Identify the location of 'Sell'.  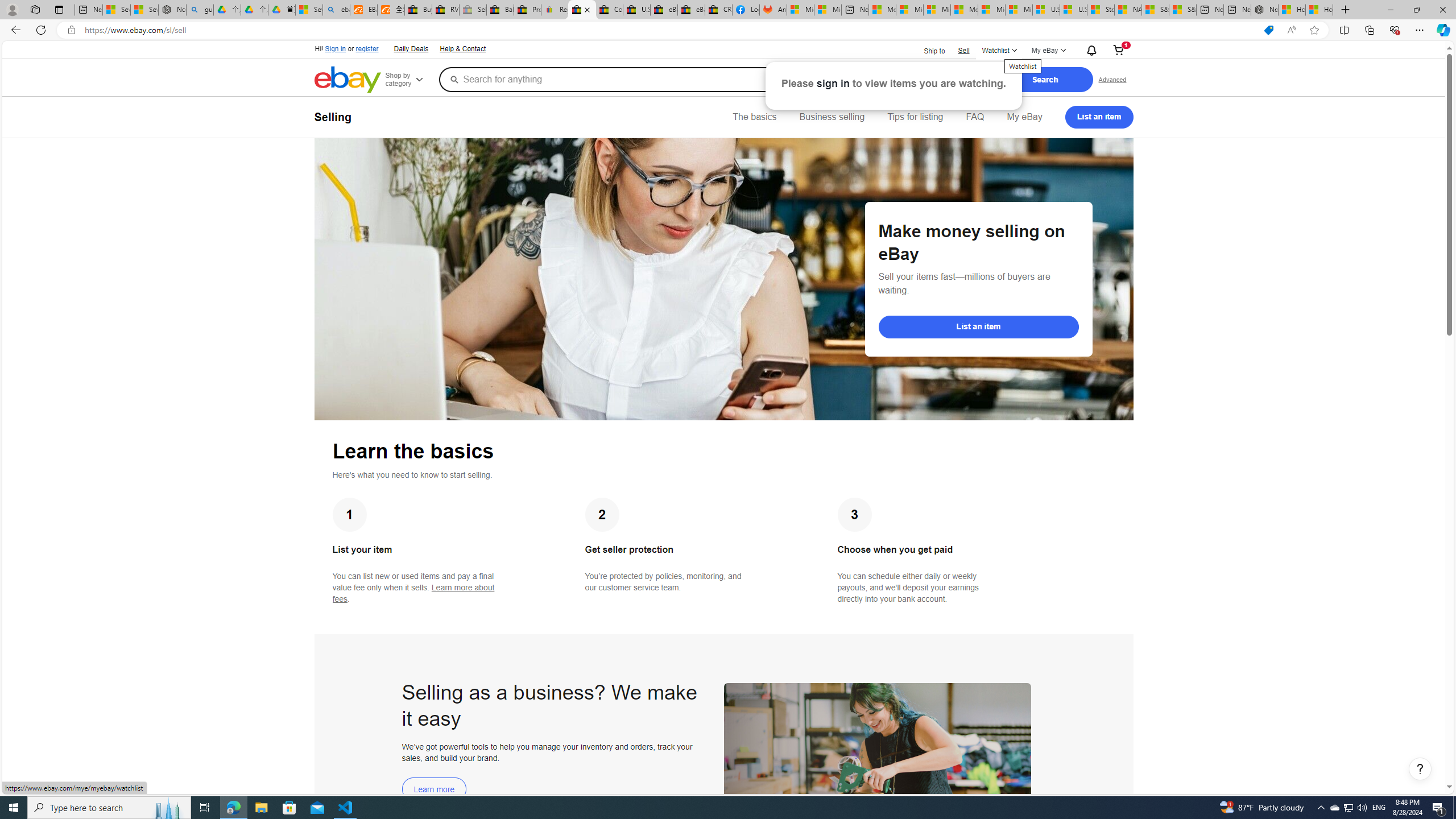
(963, 50).